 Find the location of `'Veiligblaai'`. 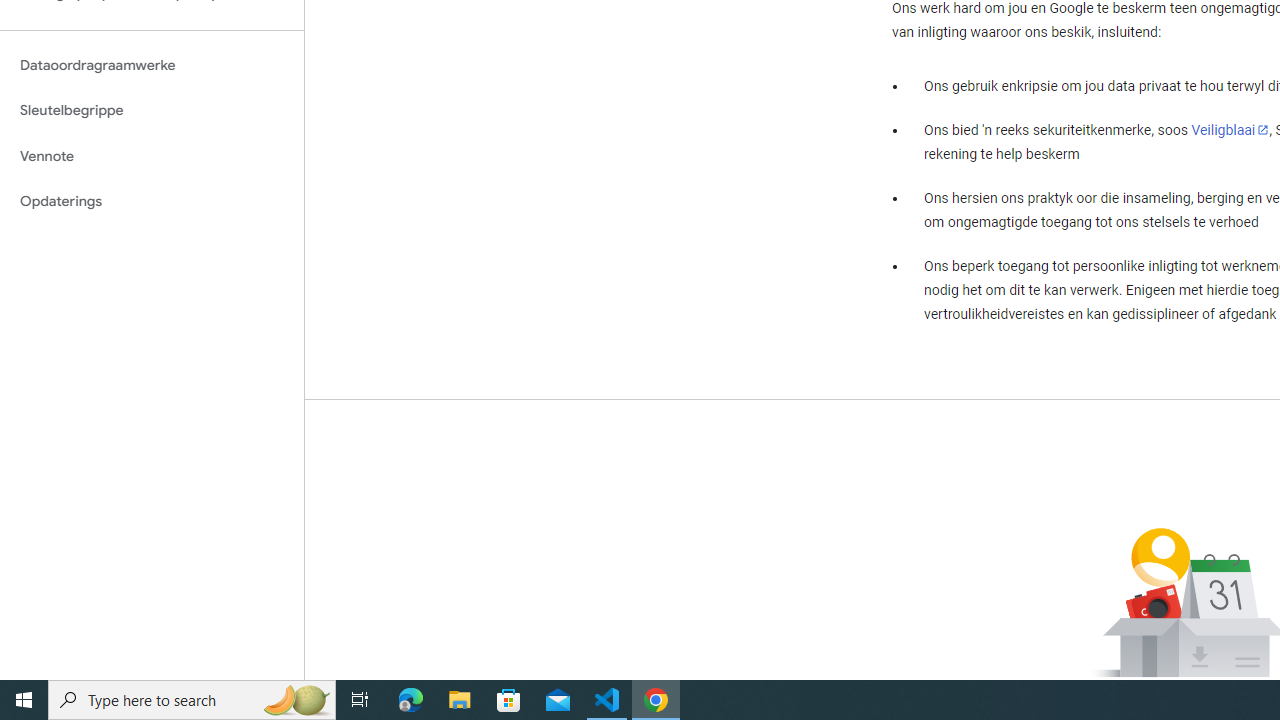

'Veiligblaai' is located at coordinates (1229, 129).